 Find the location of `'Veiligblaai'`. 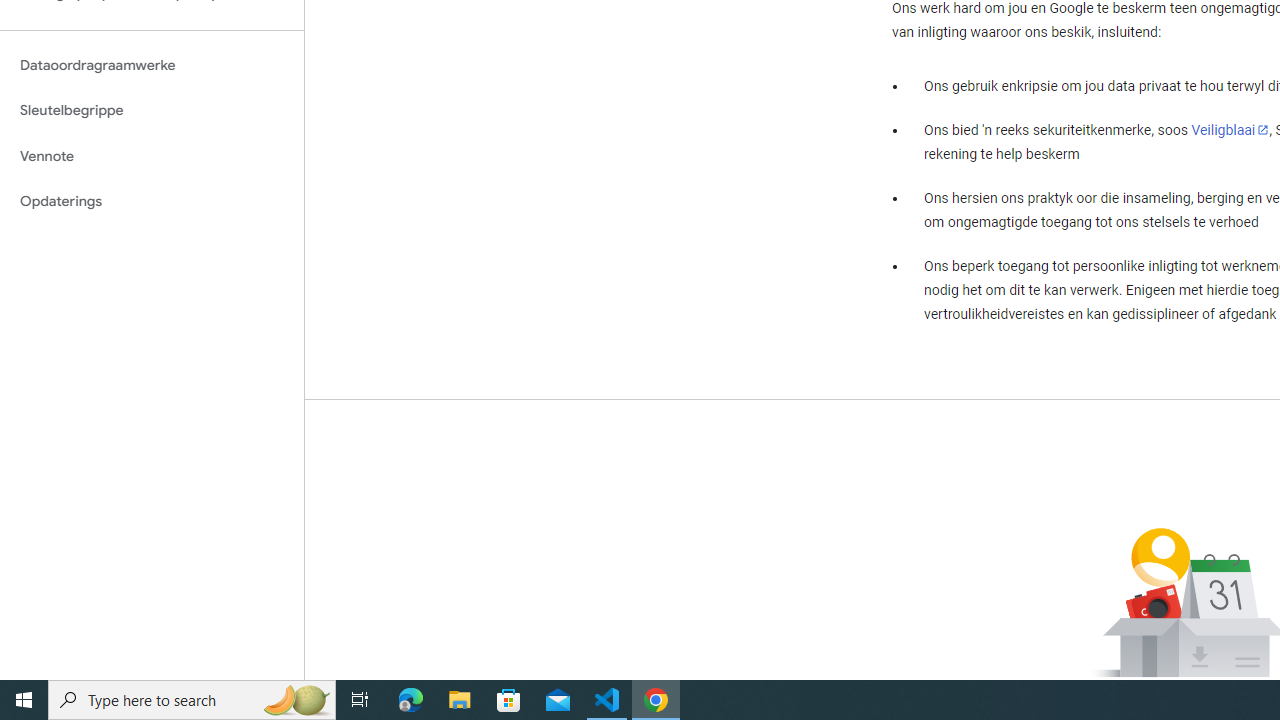

'Veiligblaai' is located at coordinates (1229, 129).